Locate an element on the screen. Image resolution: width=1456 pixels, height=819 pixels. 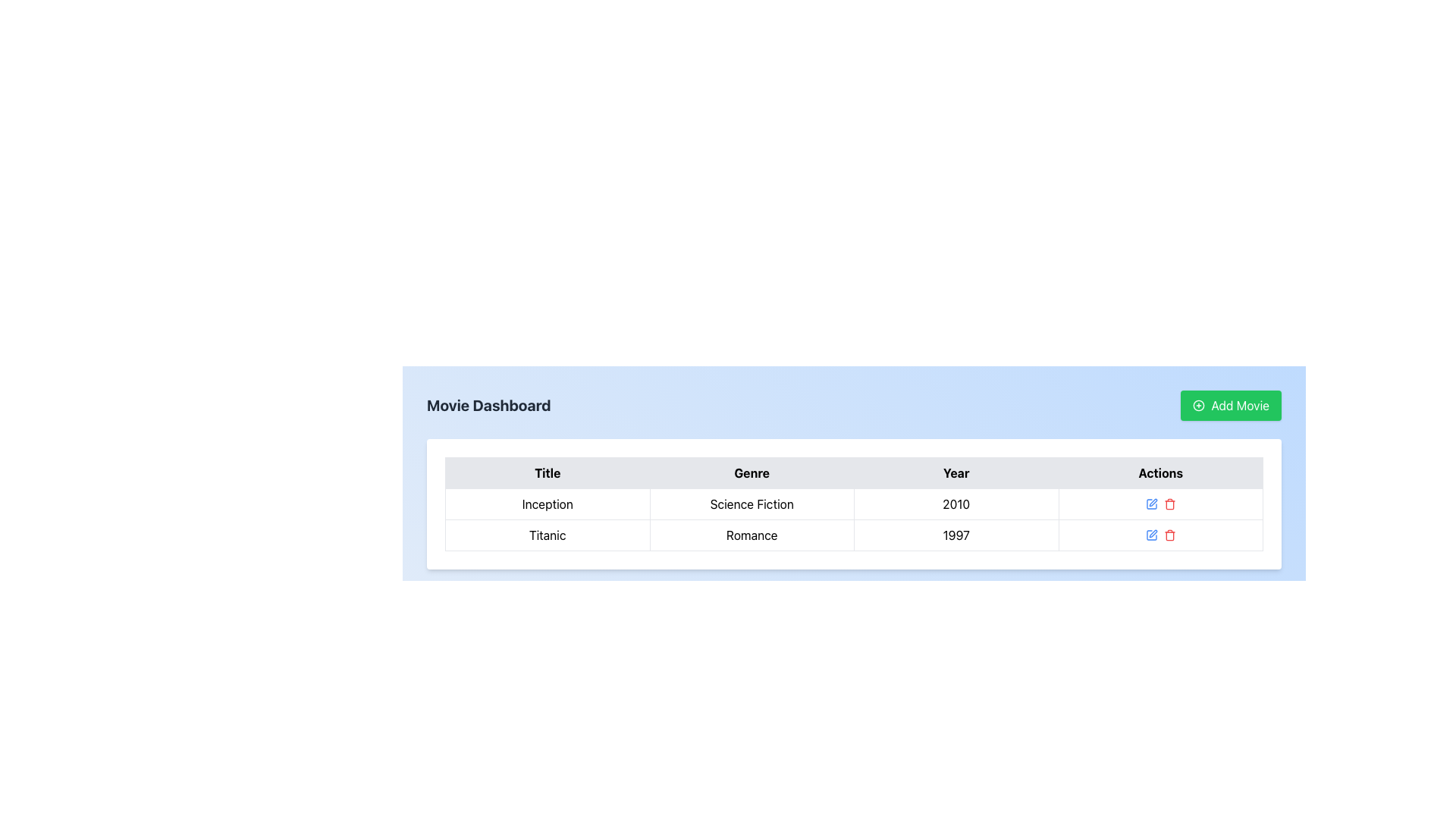
the table cell containing the text 'Titanic' in bold located in the second row under the 'Title' column is located at coordinates (546, 534).